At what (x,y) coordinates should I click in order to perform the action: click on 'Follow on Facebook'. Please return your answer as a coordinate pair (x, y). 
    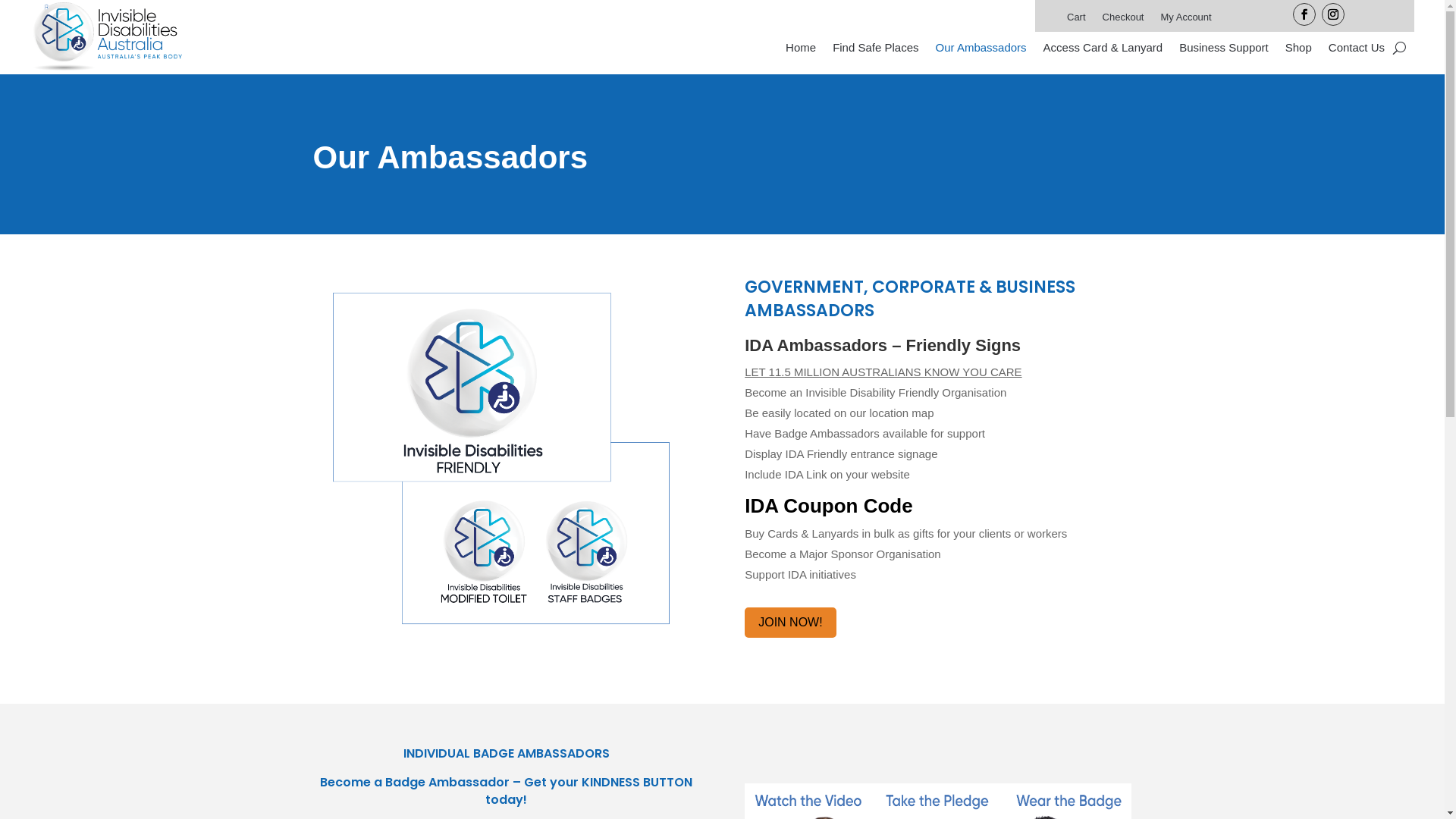
    Looking at the image, I should click on (1303, 14).